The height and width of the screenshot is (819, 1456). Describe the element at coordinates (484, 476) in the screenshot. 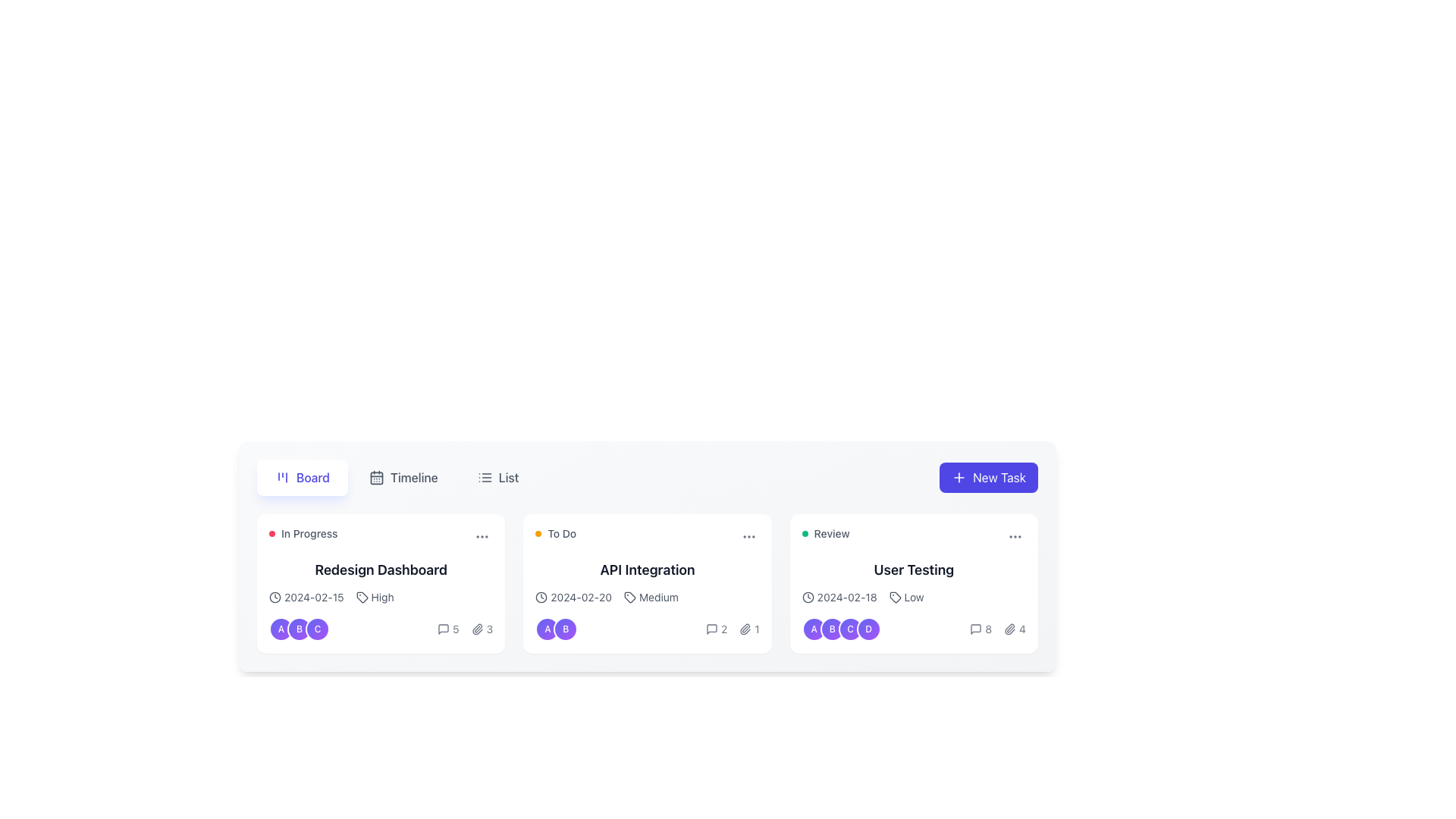

I see `the 'List' view mode icon located next to the 'List' label in the tab menu` at that location.